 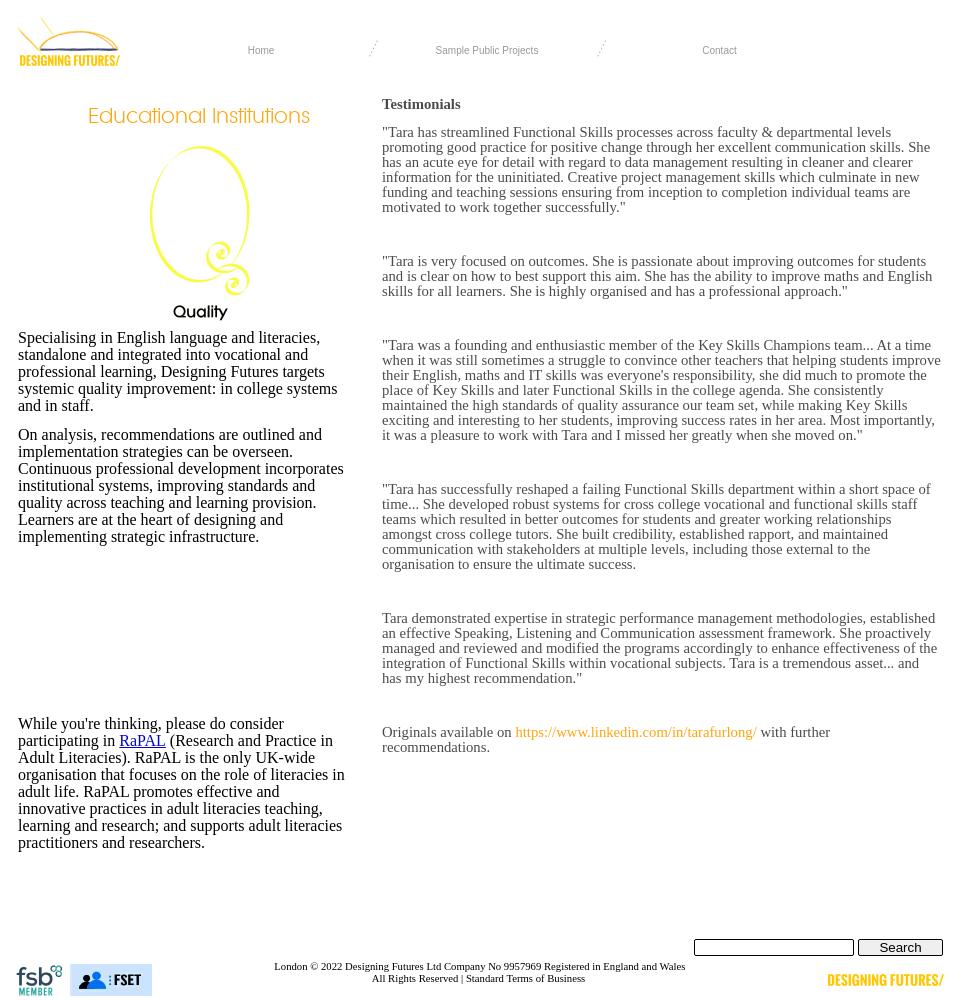 What do you see at coordinates (380, 526) in the screenshot?
I see `'"Tara has successfully reshaped a failing Functional Skills department within a short space of time... She developed robust systems for cross college vocational and functional skills staff teams which resulted in better outcomes for students and greater working relationships amongst cross college tutors. She built credibility, established rapport, and maintained communication with stakeholders at multiple levels, including those external to the organisation to ensure the ultimate success.'` at bounding box center [380, 526].